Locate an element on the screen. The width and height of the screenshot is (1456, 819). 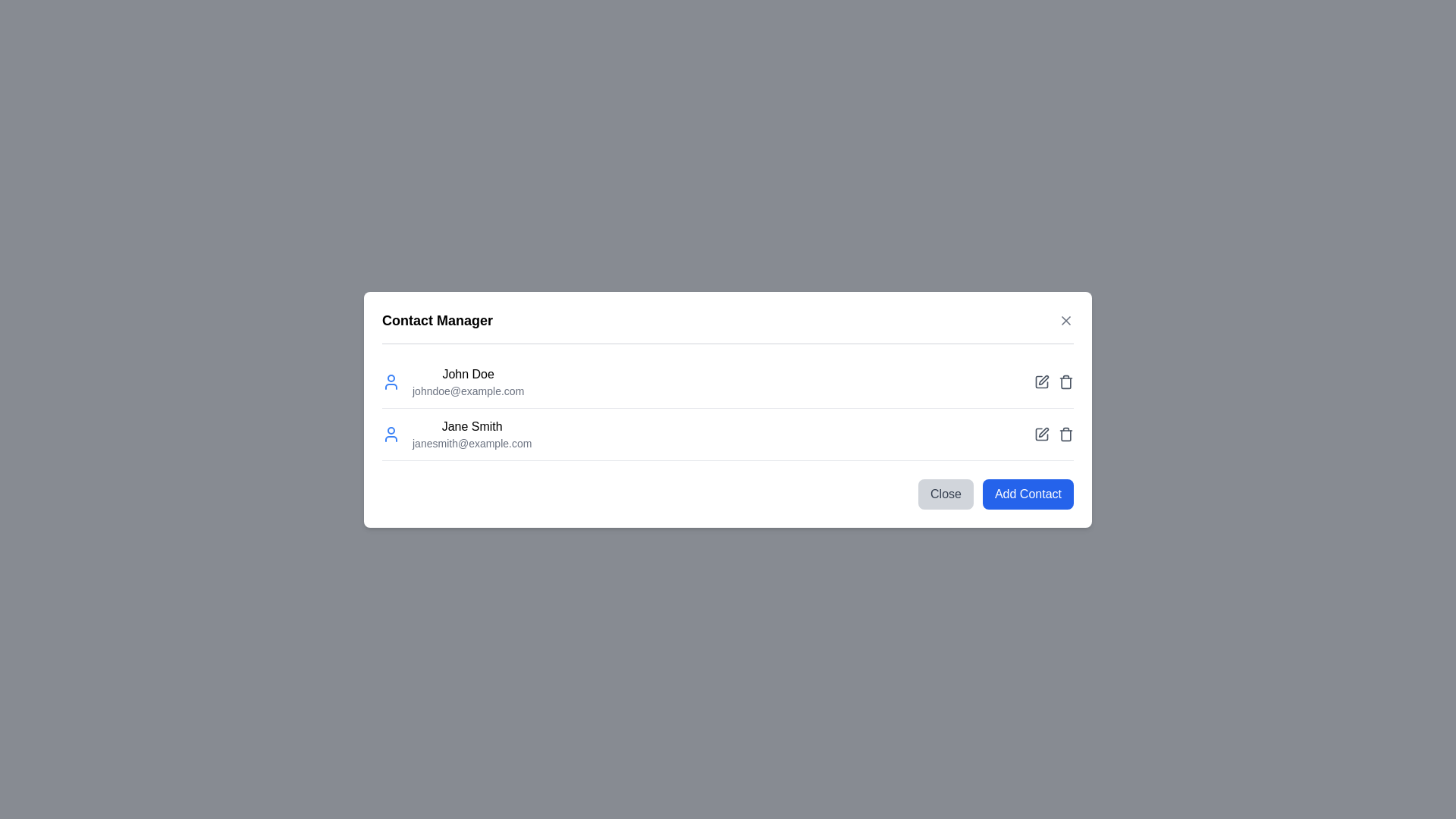
the email address display of the contact 'Jane Smith', located directly beneath their name in the second entry of the contact list is located at coordinates (471, 443).